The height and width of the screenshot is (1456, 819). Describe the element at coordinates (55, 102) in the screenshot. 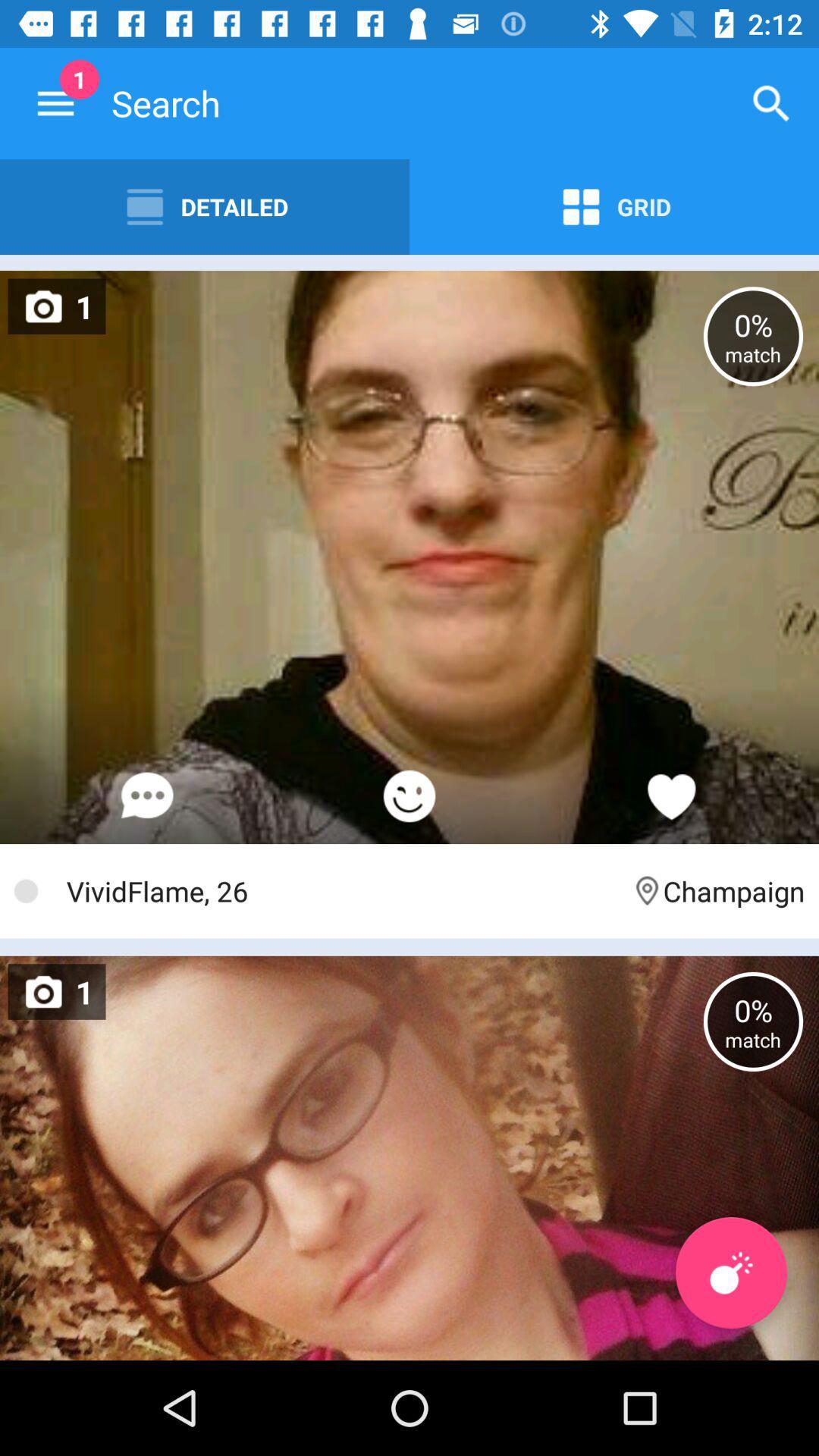

I see `the icon above detailed` at that location.